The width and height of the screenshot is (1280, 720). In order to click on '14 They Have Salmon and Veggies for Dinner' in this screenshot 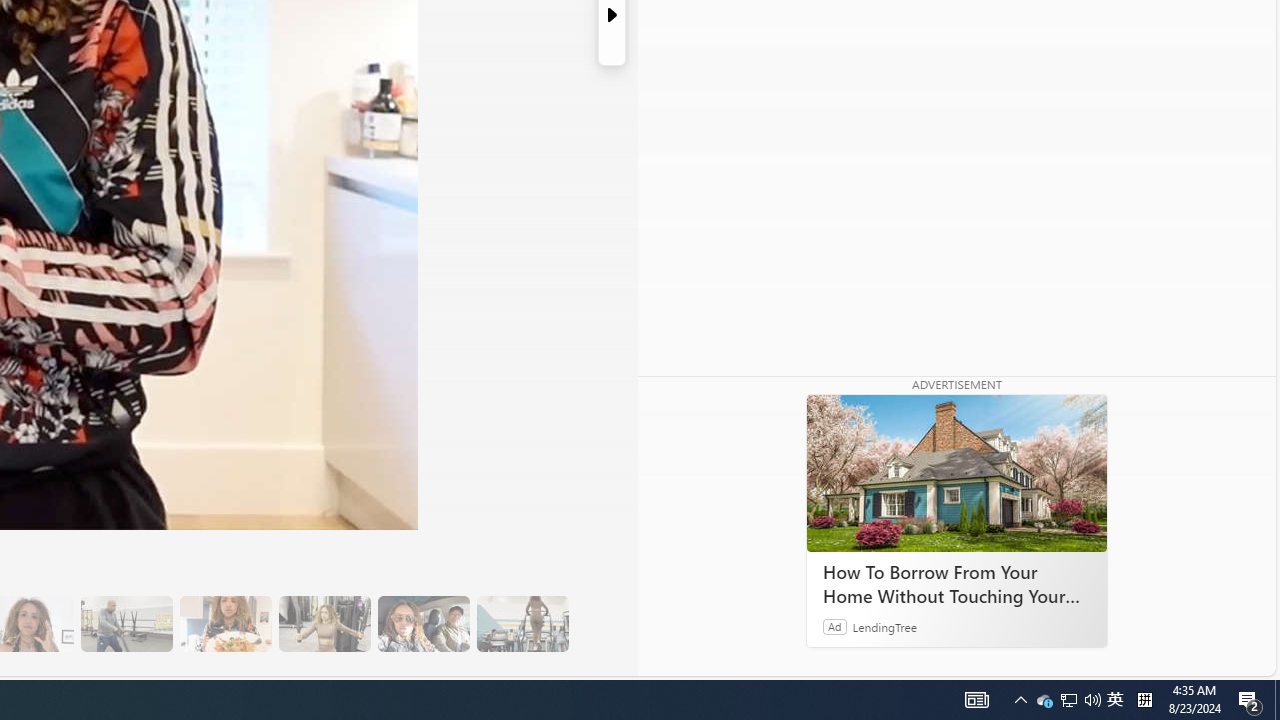, I will do `click(225, 623)`.